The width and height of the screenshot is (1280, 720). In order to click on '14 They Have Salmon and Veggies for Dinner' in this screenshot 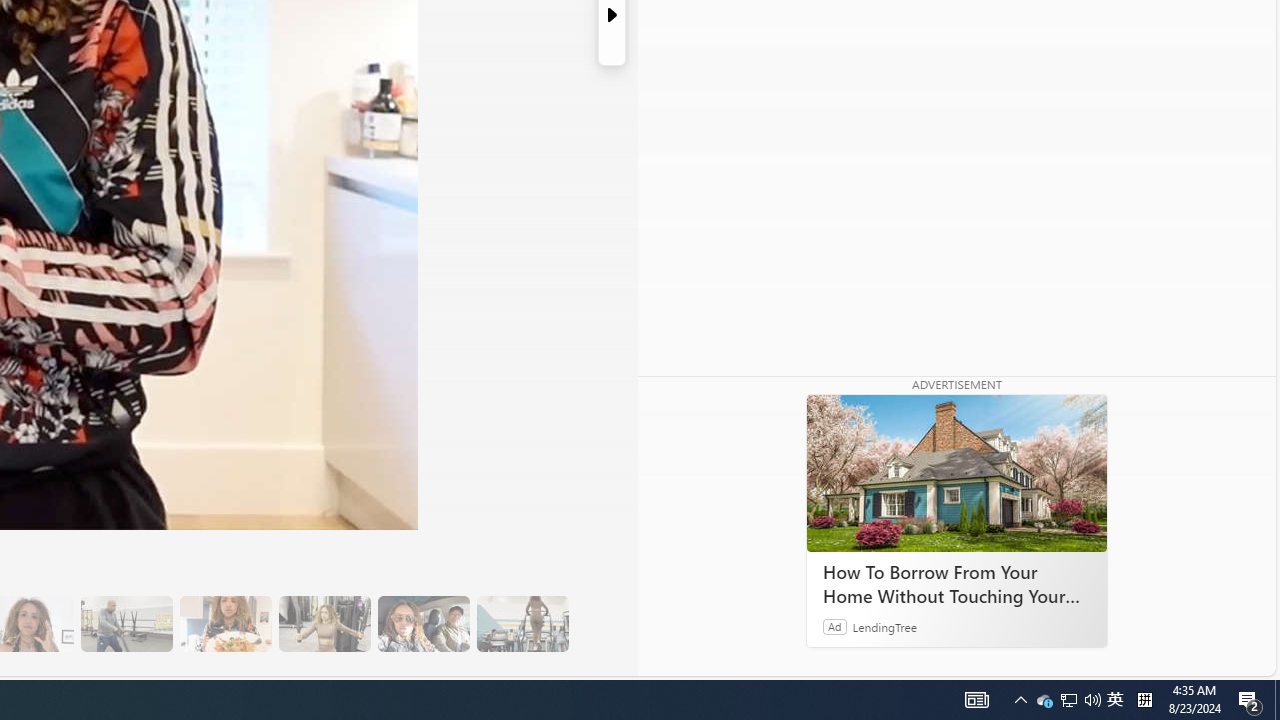, I will do `click(225, 623)`.